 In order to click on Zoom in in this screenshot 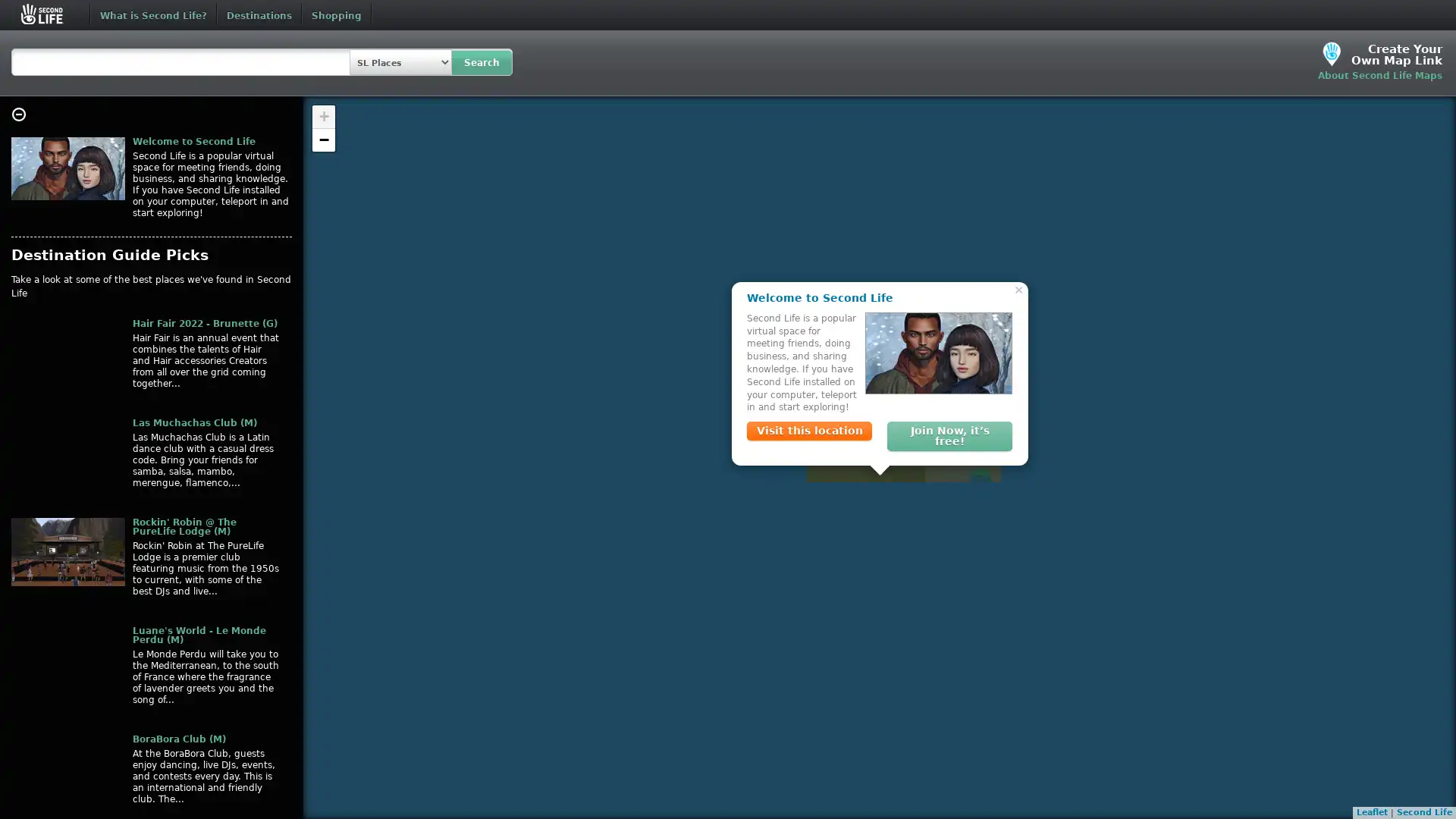, I will do `click(323, 116)`.